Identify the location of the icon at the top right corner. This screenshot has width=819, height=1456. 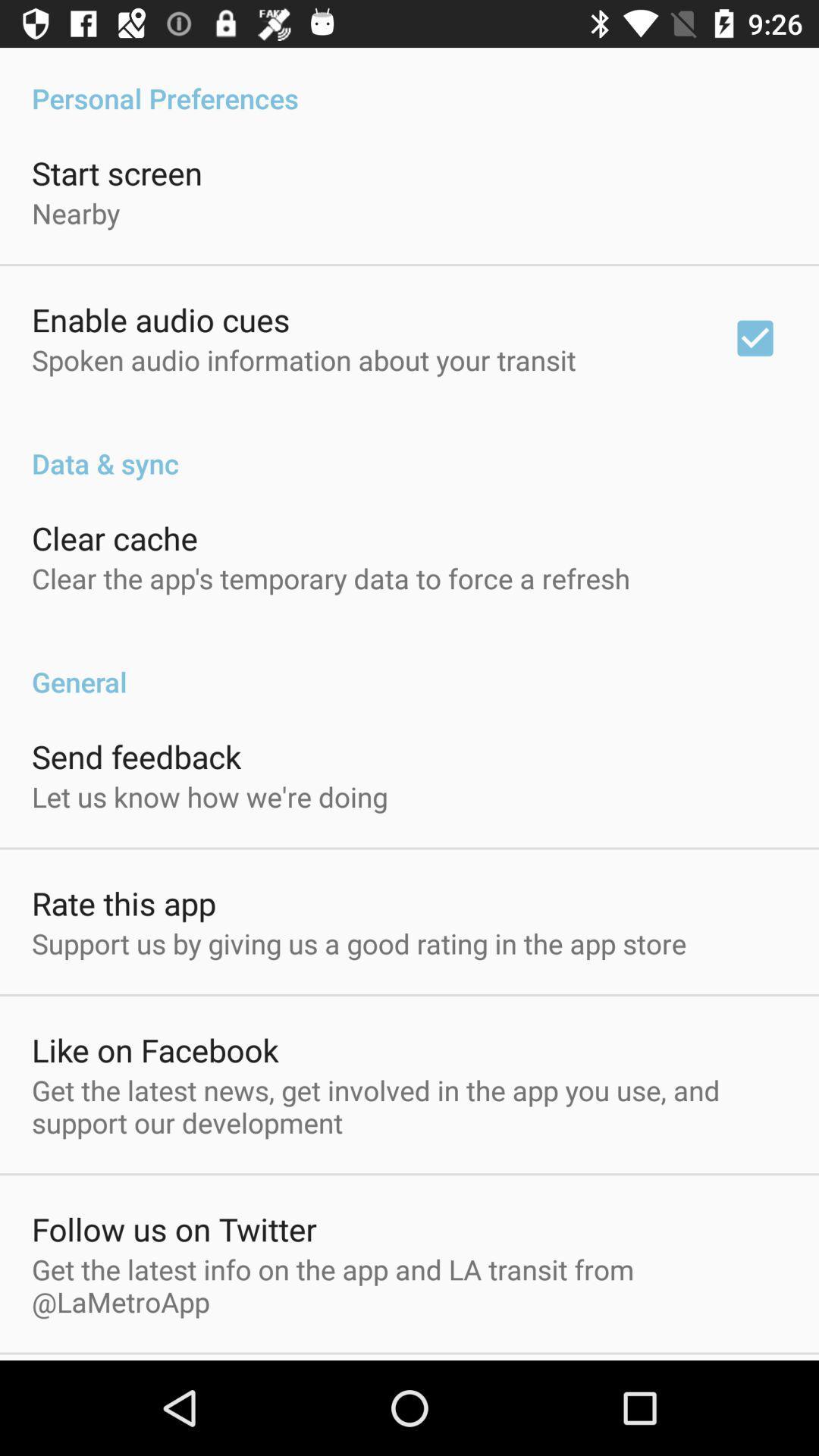
(755, 337).